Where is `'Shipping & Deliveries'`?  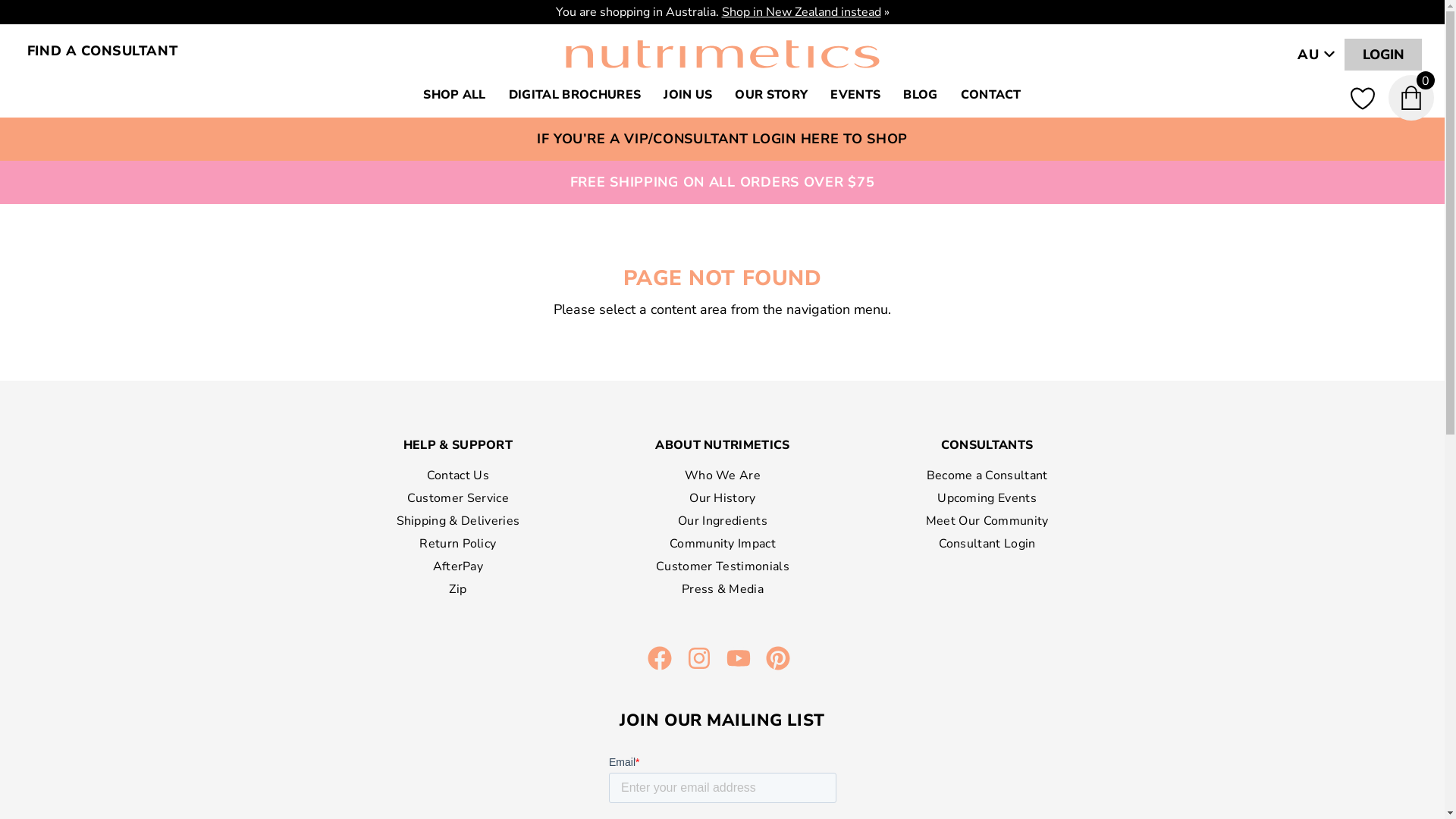
'Shipping & Deliveries' is located at coordinates (381, 519).